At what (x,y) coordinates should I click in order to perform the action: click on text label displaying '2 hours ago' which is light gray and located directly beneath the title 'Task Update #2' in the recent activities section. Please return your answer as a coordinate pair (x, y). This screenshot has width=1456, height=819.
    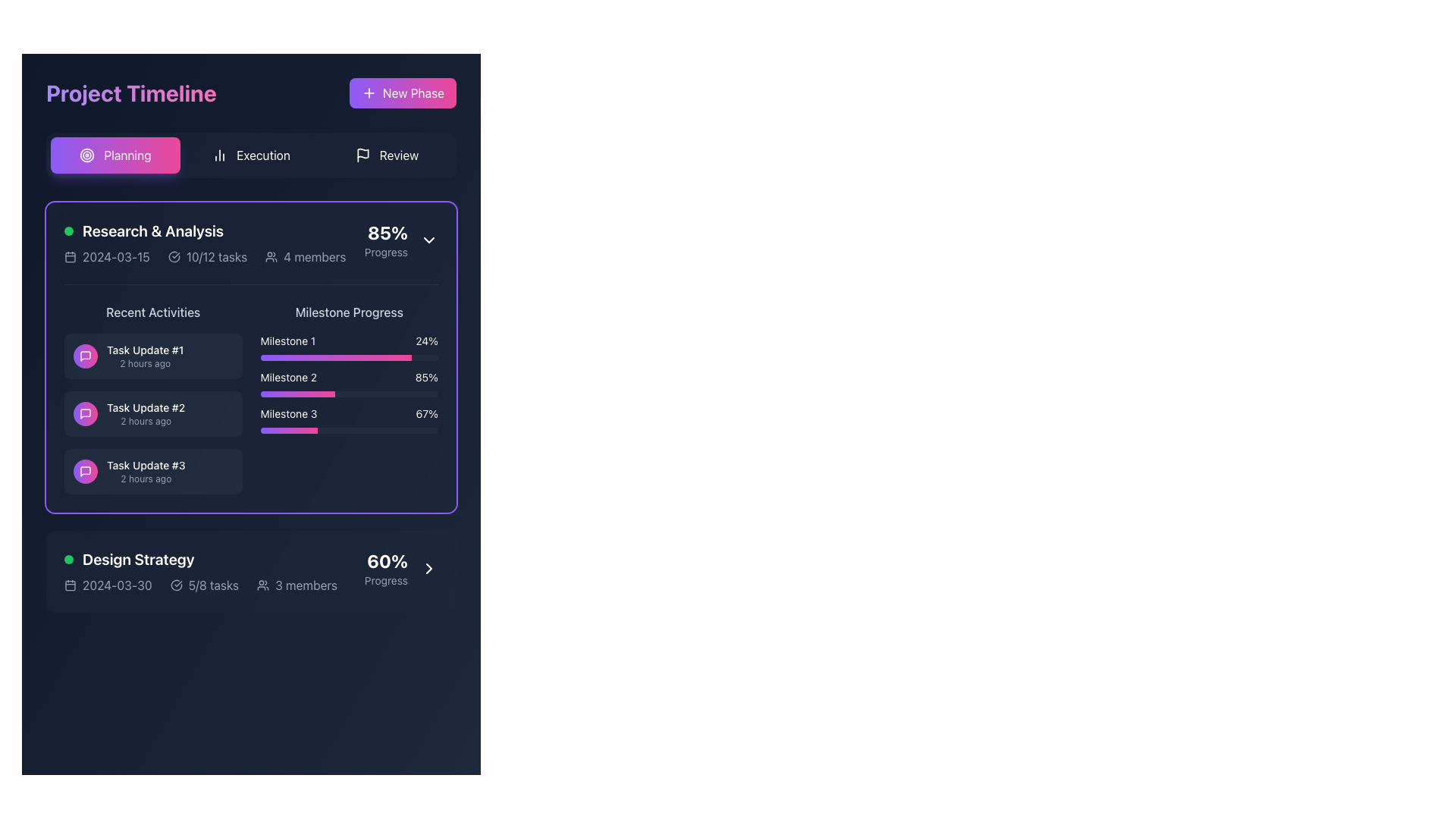
    Looking at the image, I should click on (146, 421).